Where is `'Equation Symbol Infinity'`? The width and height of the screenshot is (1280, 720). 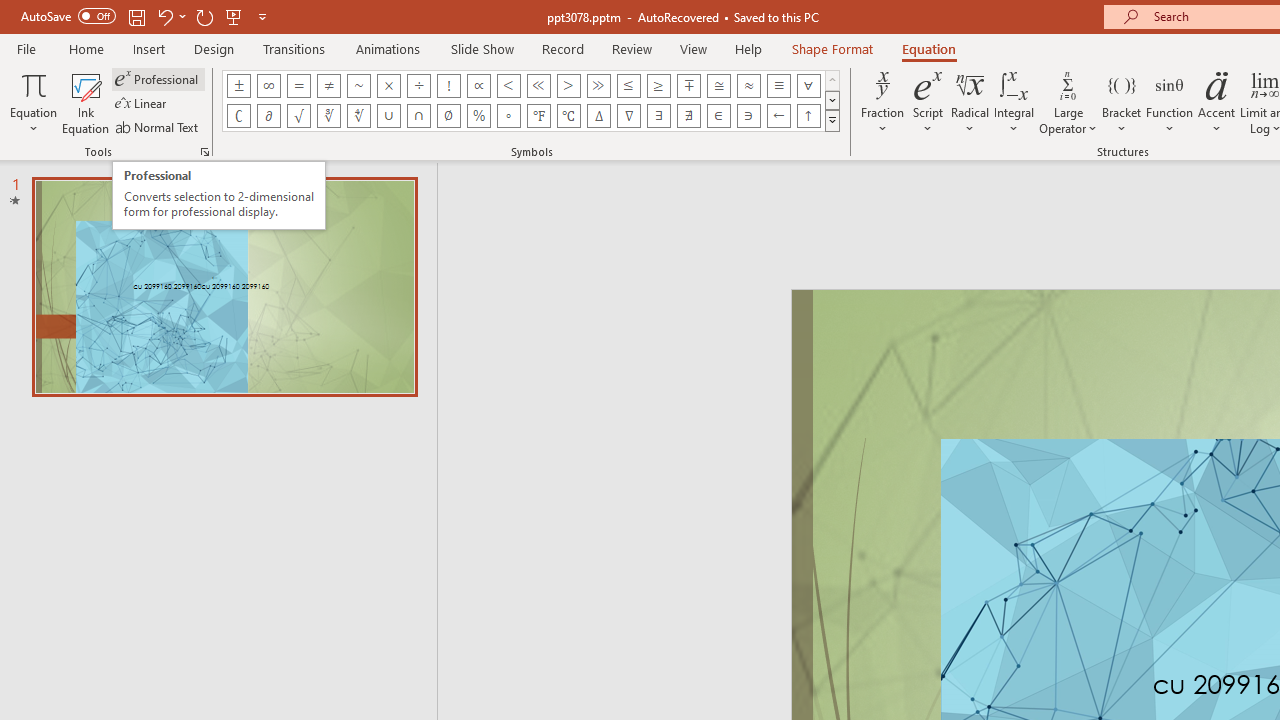
'Equation Symbol Infinity' is located at coordinates (267, 85).